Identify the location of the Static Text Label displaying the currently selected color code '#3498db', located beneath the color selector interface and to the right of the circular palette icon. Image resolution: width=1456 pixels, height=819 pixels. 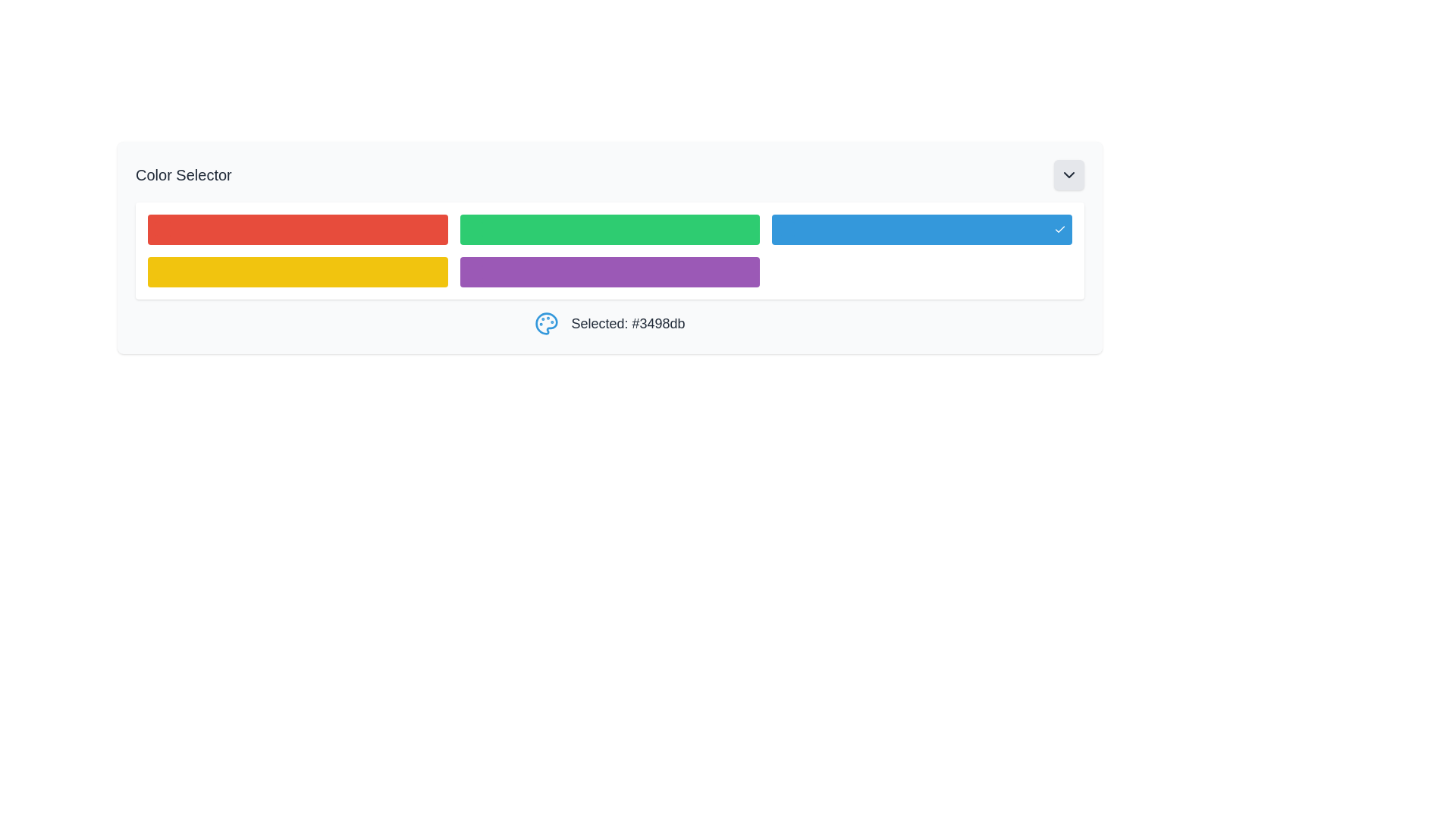
(628, 323).